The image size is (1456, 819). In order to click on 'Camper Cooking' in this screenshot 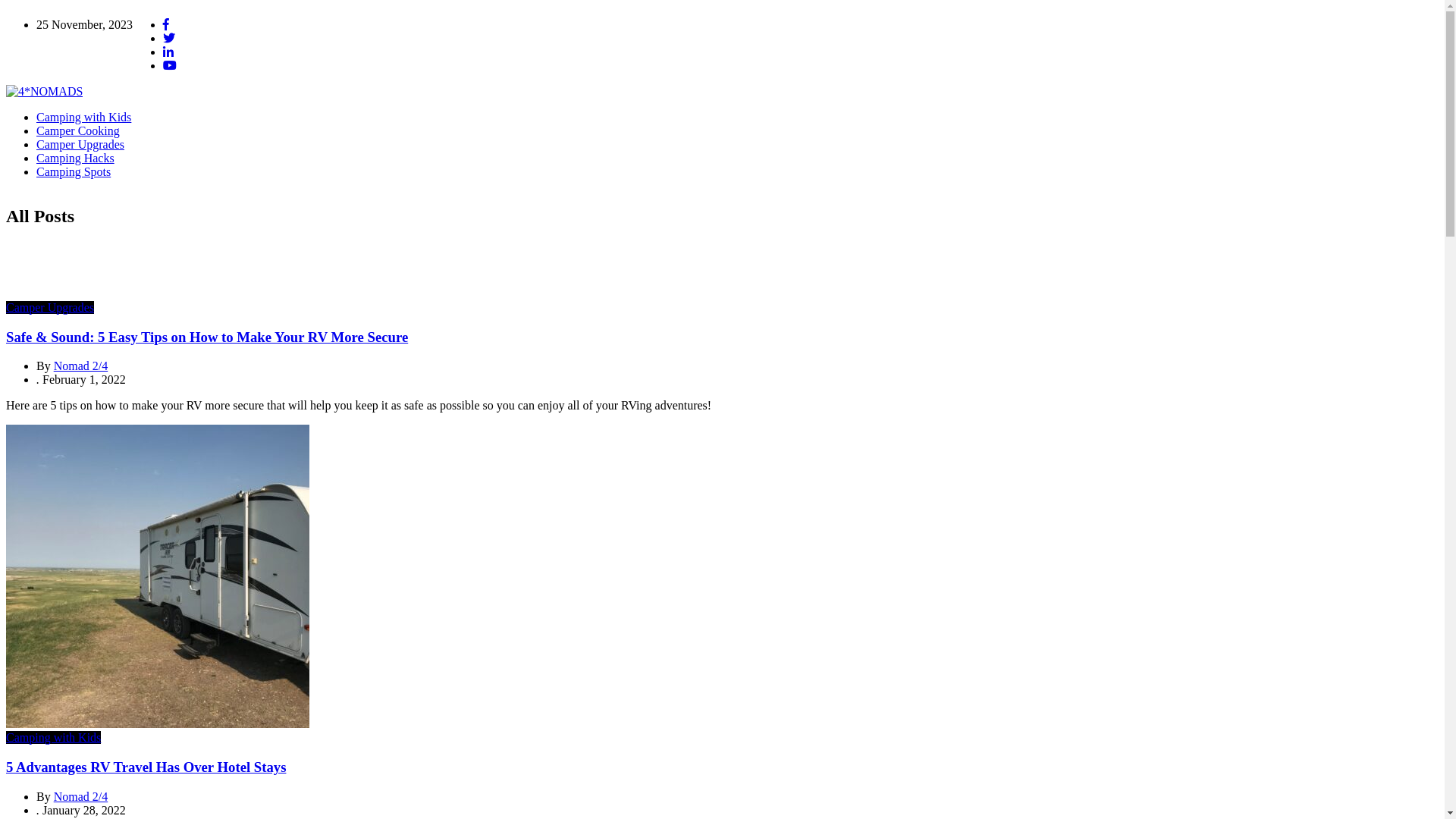, I will do `click(77, 130)`.